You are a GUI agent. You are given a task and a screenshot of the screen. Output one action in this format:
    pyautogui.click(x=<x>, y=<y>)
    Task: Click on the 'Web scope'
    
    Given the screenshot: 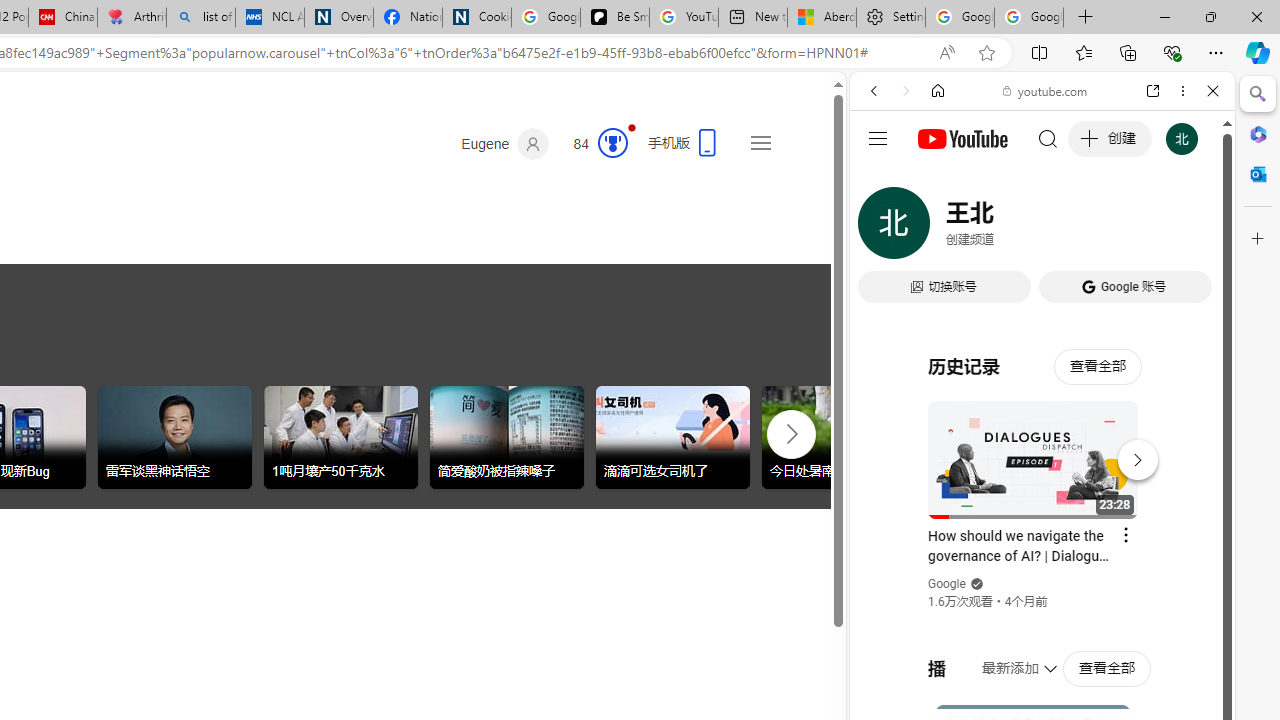 What is the action you would take?
    pyautogui.click(x=881, y=180)
    